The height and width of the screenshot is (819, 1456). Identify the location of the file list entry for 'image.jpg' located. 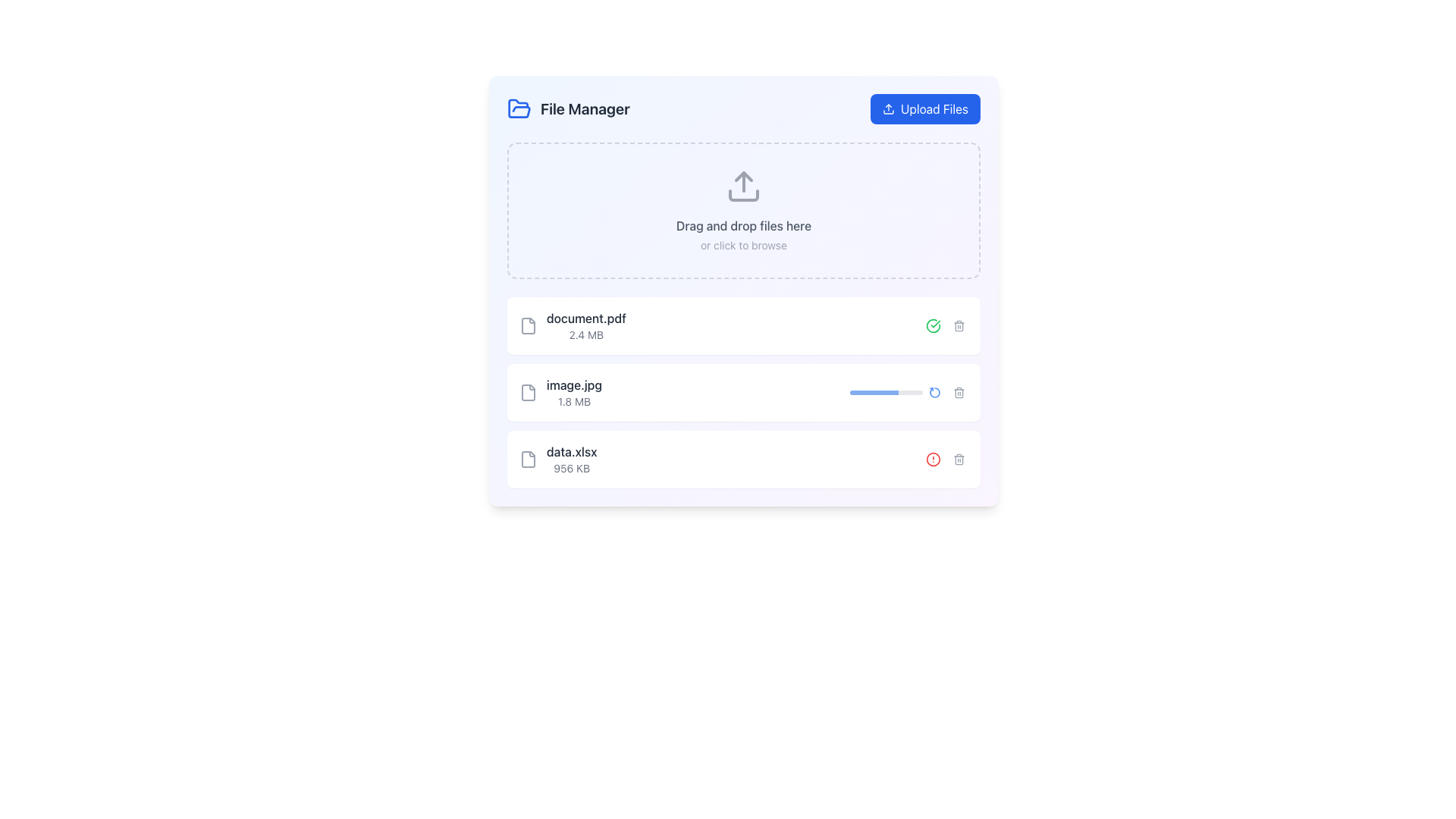
(560, 391).